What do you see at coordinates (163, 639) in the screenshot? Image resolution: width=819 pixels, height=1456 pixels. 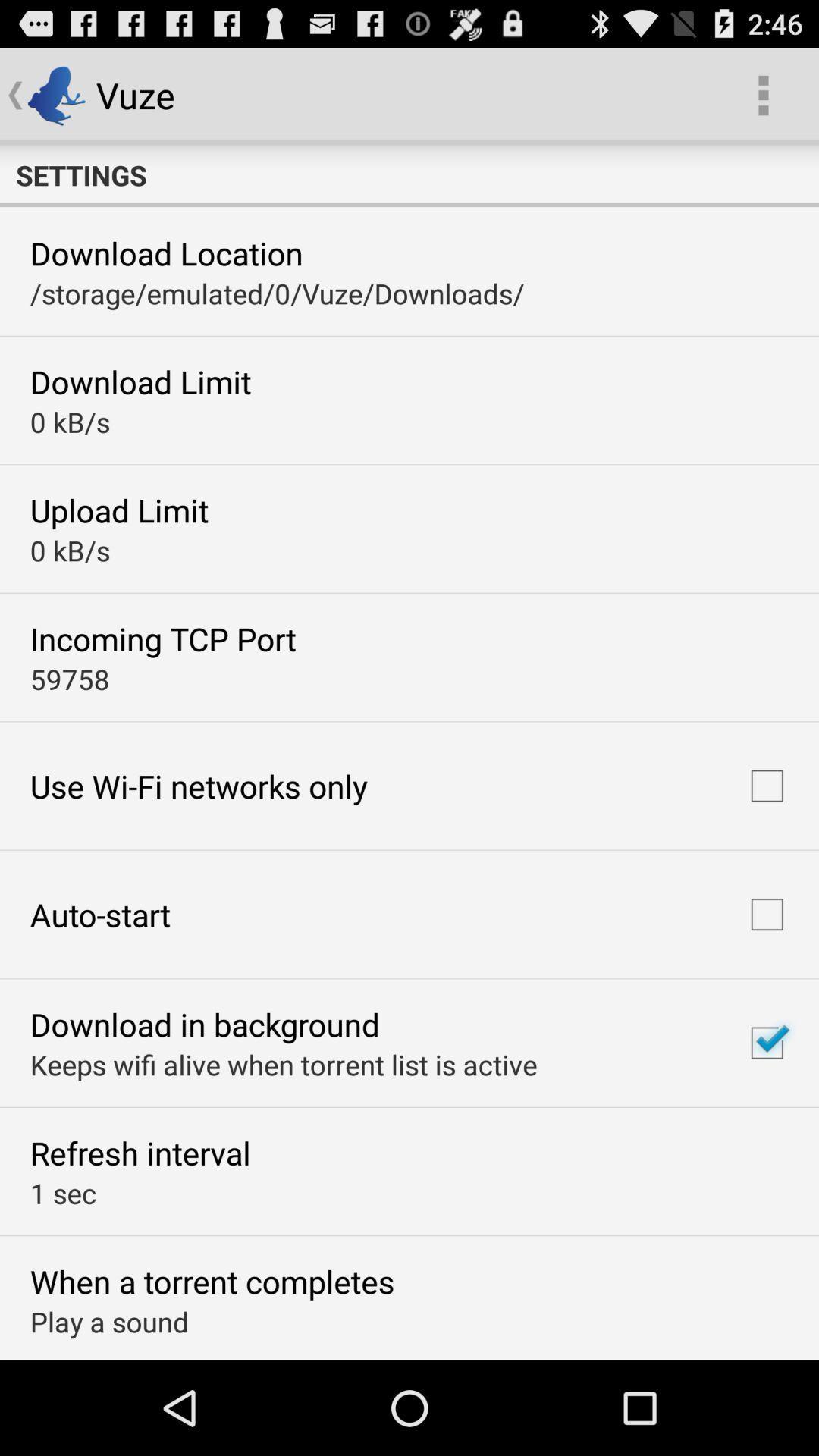 I see `the incoming tcp port app` at bounding box center [163, 639].